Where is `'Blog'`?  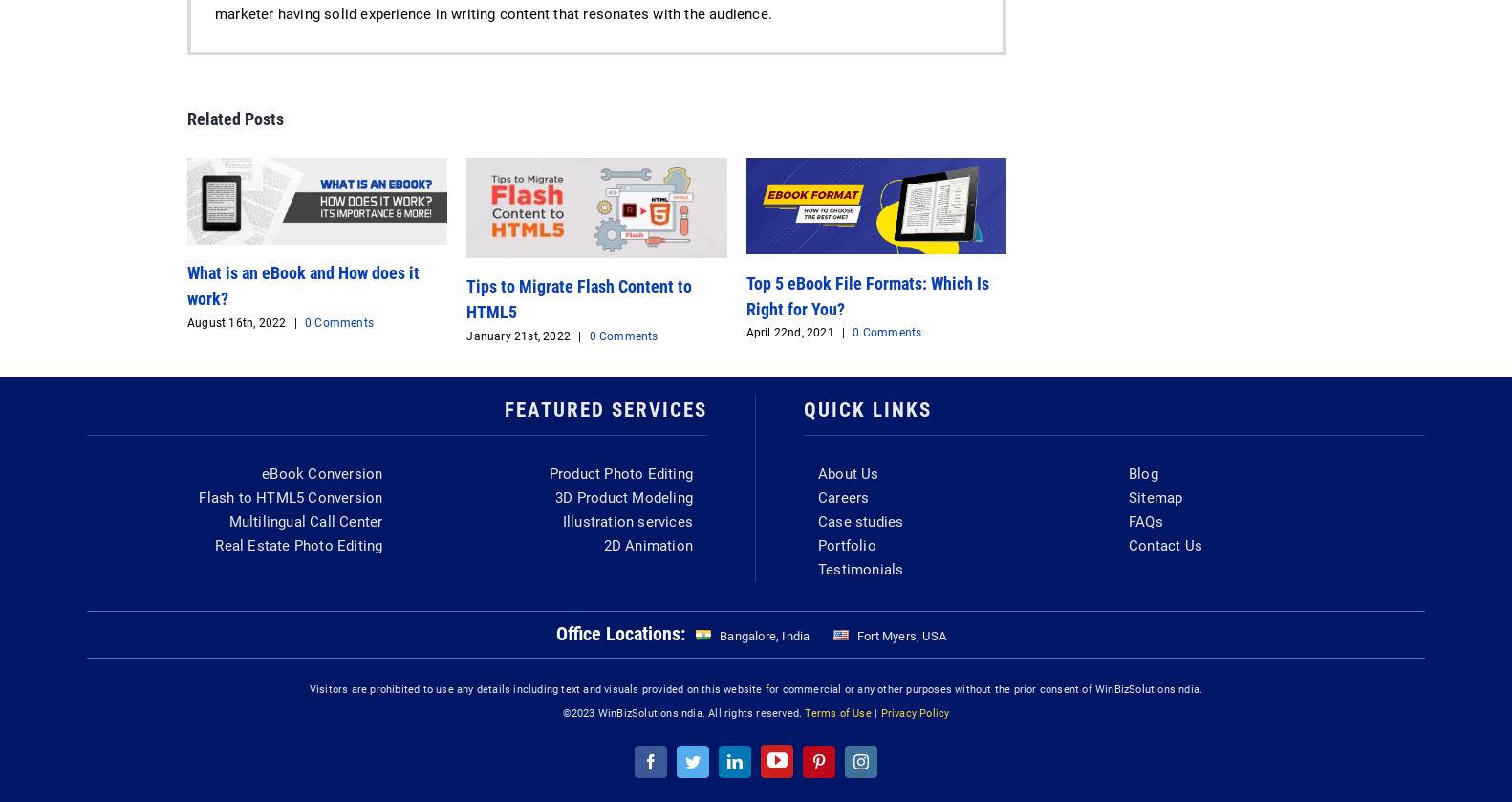 'Blog' is located at coordinates (1142, 472).